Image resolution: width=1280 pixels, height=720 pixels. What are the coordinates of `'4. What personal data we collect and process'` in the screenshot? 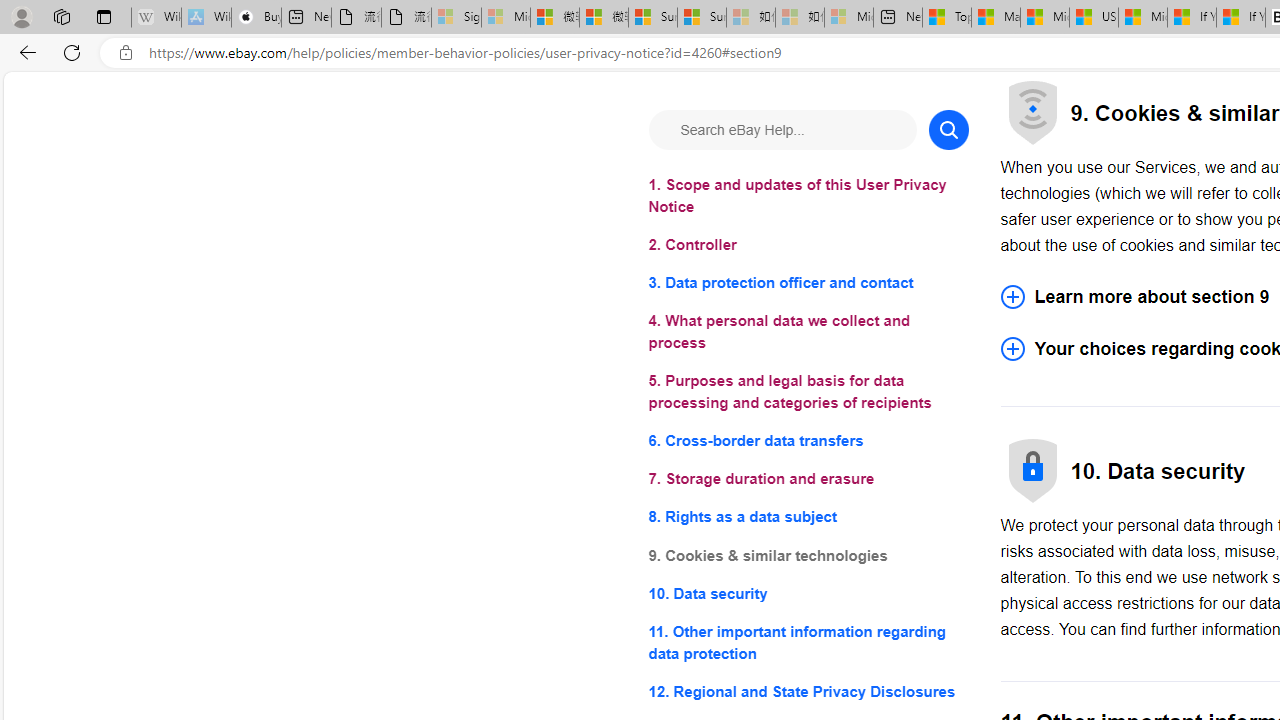 It's located at (808, 331).